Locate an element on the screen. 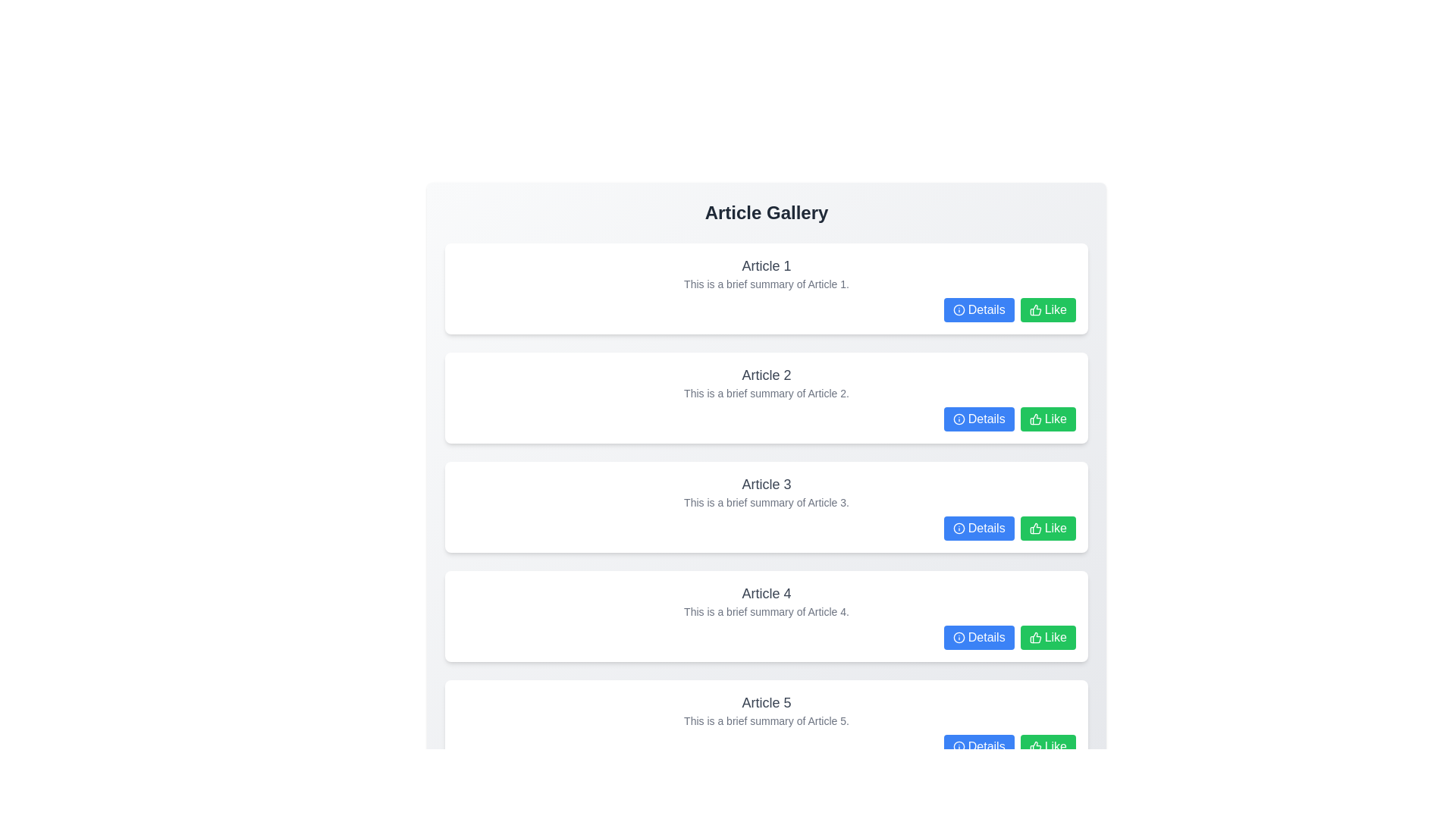  the 'Like' button icon, which is a white thumbs-up icon on a green background, located in the last column of the layout under the articles is located at coordinates (1034, 309).